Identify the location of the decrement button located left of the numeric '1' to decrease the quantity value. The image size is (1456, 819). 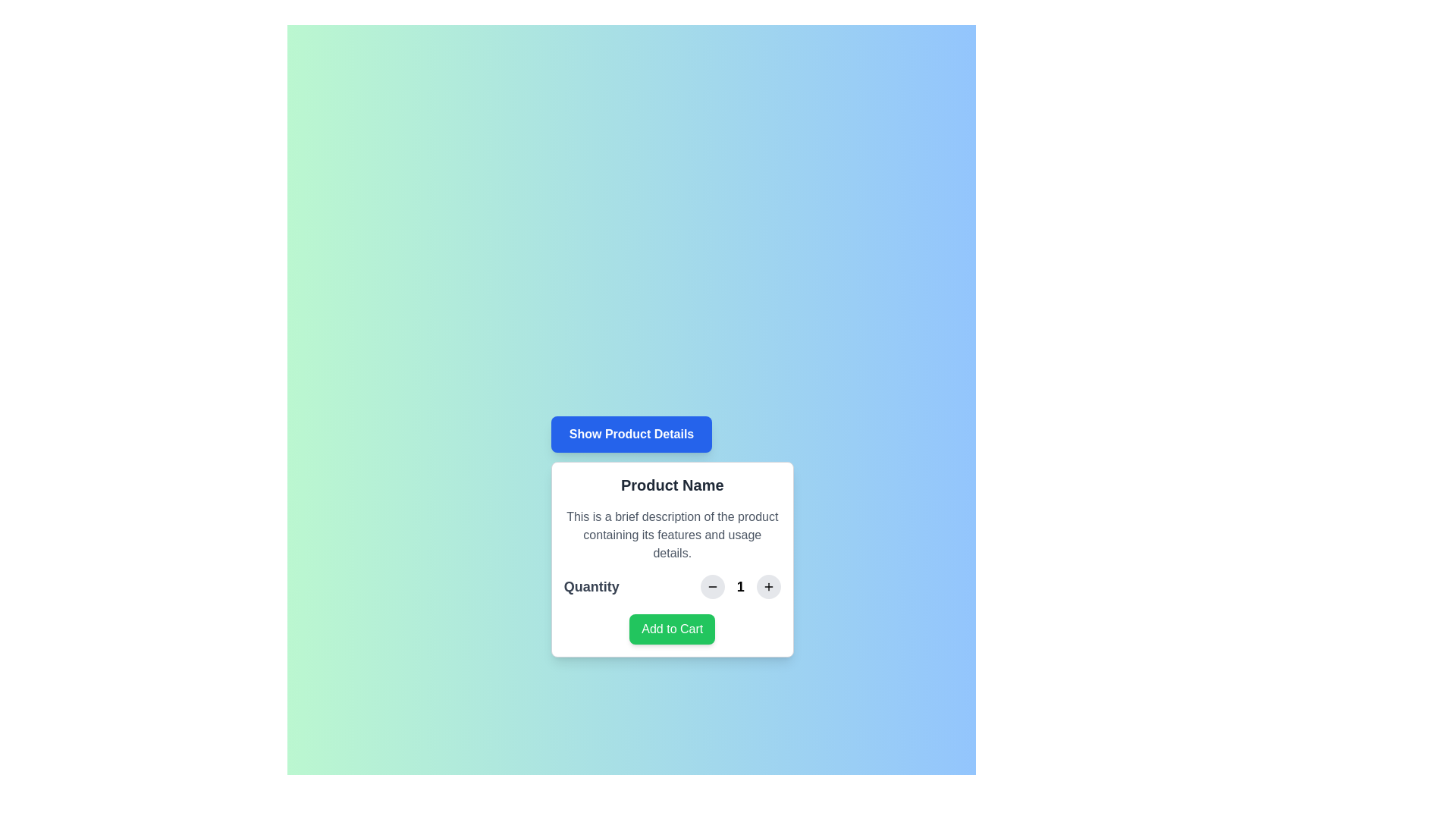
(711, 586).